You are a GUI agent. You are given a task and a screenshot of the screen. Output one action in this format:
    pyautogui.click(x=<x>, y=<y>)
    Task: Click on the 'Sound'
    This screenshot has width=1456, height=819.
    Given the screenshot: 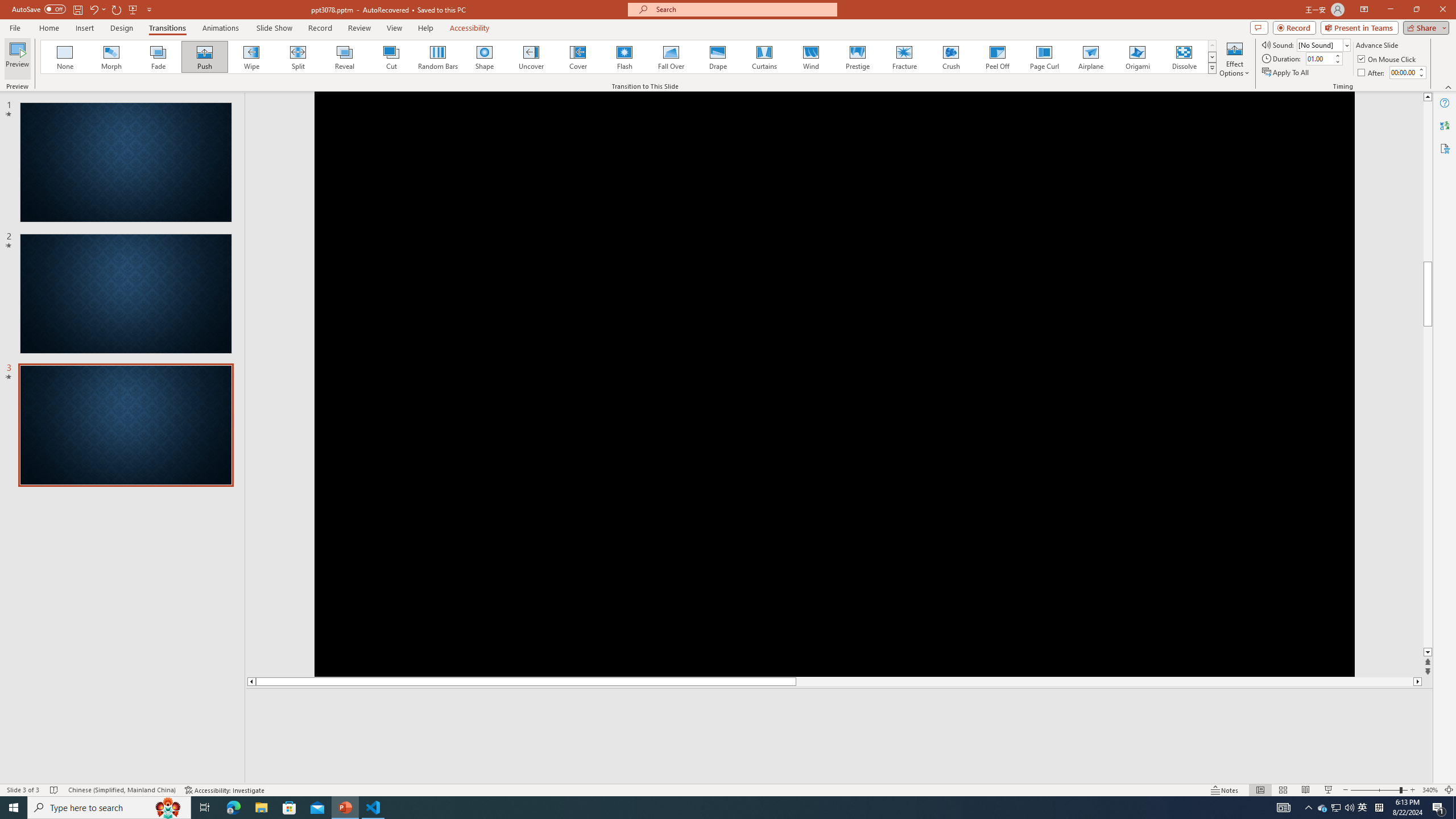 What is the action you would take?
    pyautogui.click(x=1323, y=44)
    